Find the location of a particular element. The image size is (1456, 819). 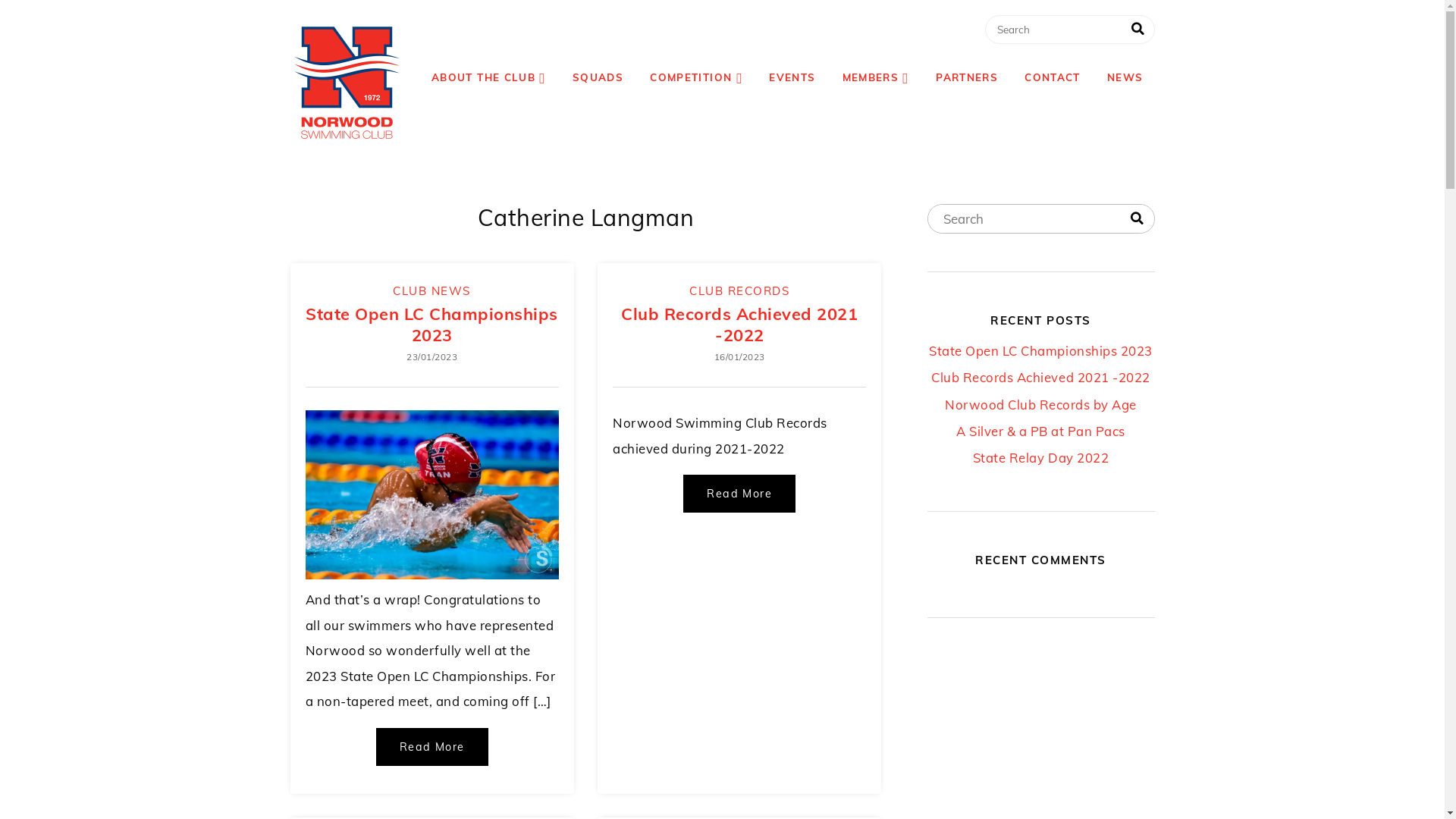

'COMPETITION' is located at coordinates (695, 77).